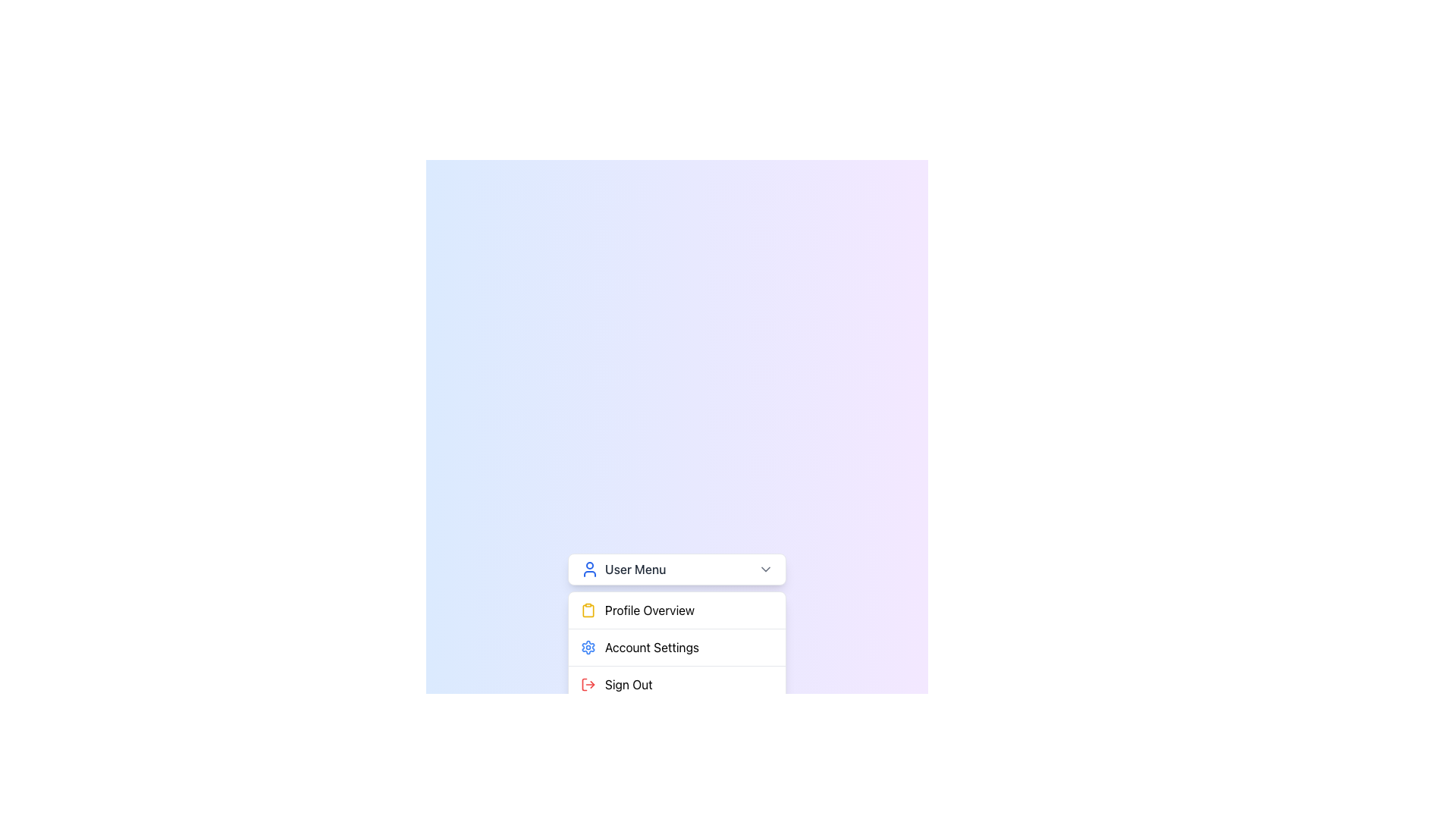 The image size is (1456, 819). Describe the element at coordinates (676, 647) in the screenshot. I see `the Dropdown Menu located directly below the 'User Menu' button` at that location.